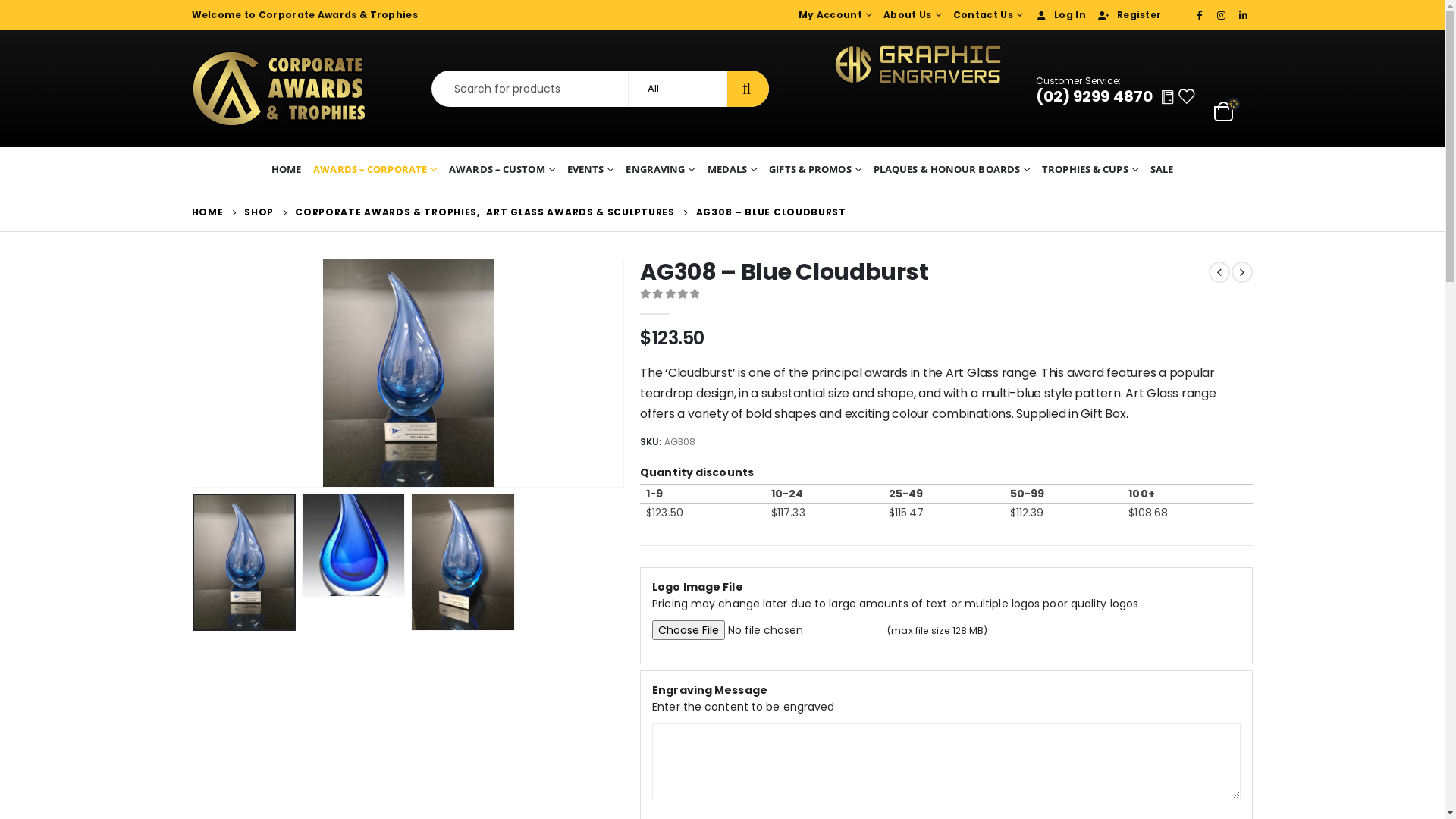 Image resolution: width=1456 pixels, height=819 pixels. What do you see at coordinates (1035, 96) in the screenshot?
I see `'(02) 9299 4870'` at bounding box center [1035, 96].